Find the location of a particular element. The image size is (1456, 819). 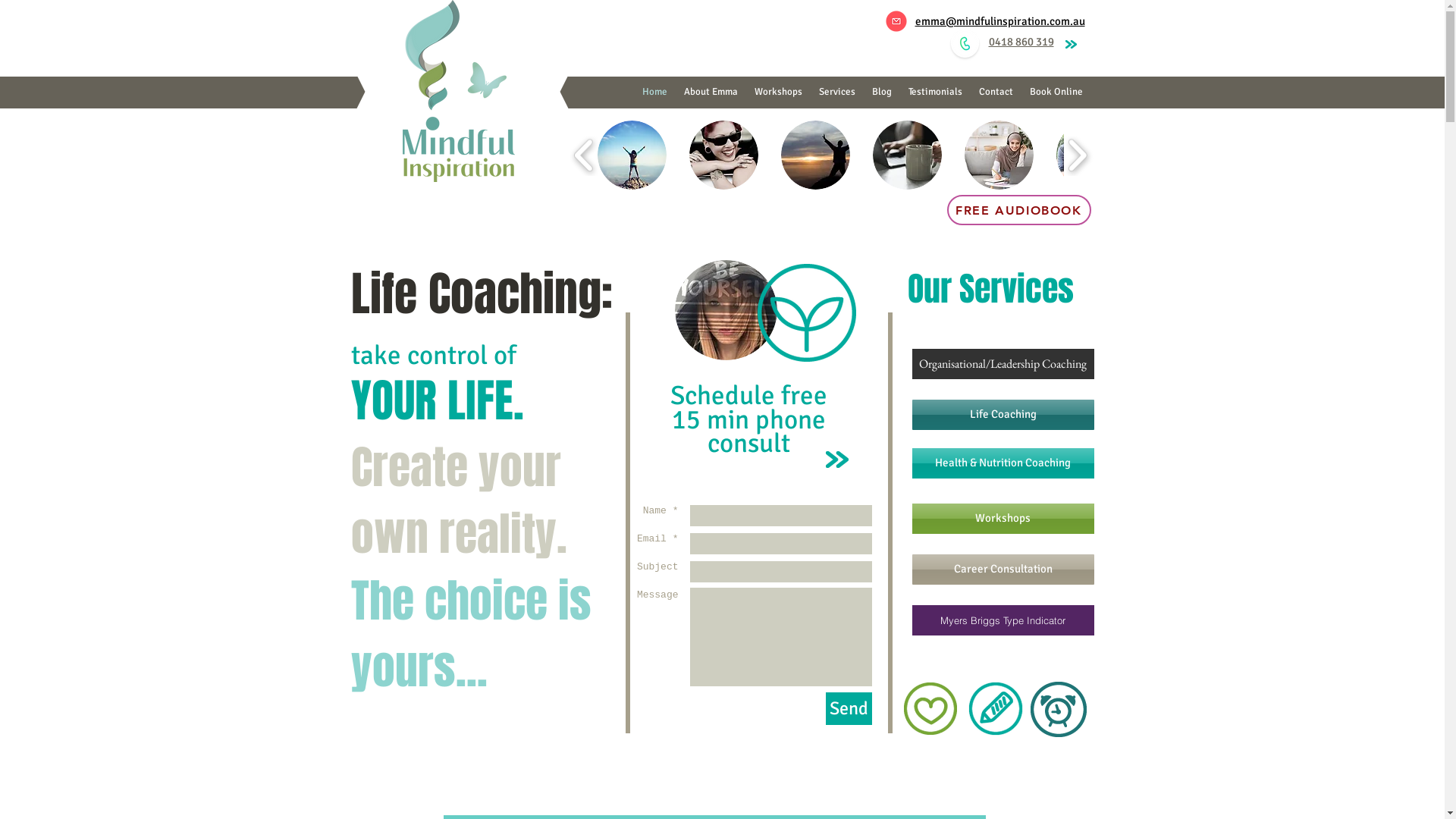

'Testimonials' is located at coordinates (899, 92).